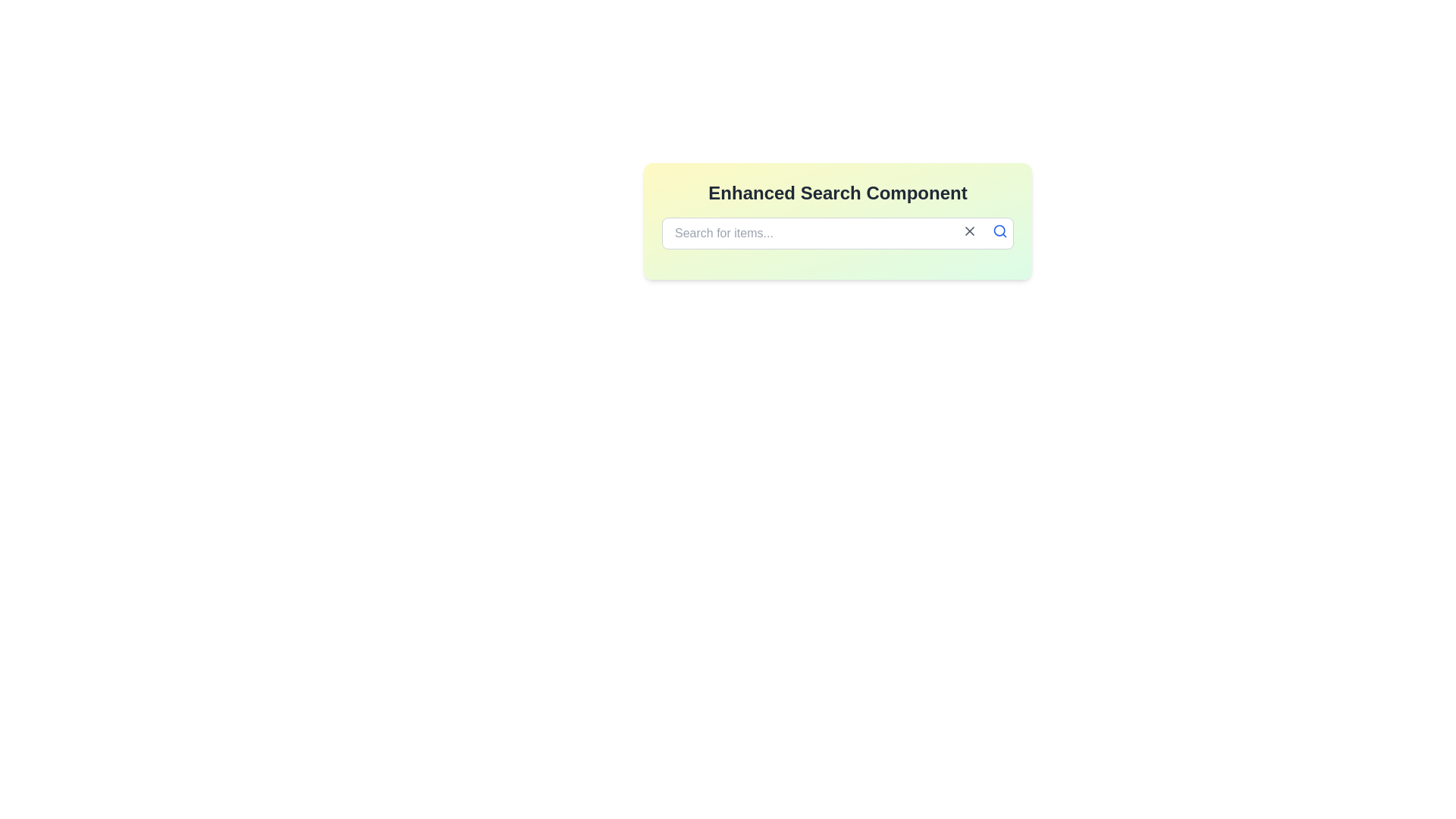 Image resolution: width=1456 pixels, height=819 pixels. Describe the element at coordinates (968, 231) in the screenshot. I see `the clear or reset button` at that location.